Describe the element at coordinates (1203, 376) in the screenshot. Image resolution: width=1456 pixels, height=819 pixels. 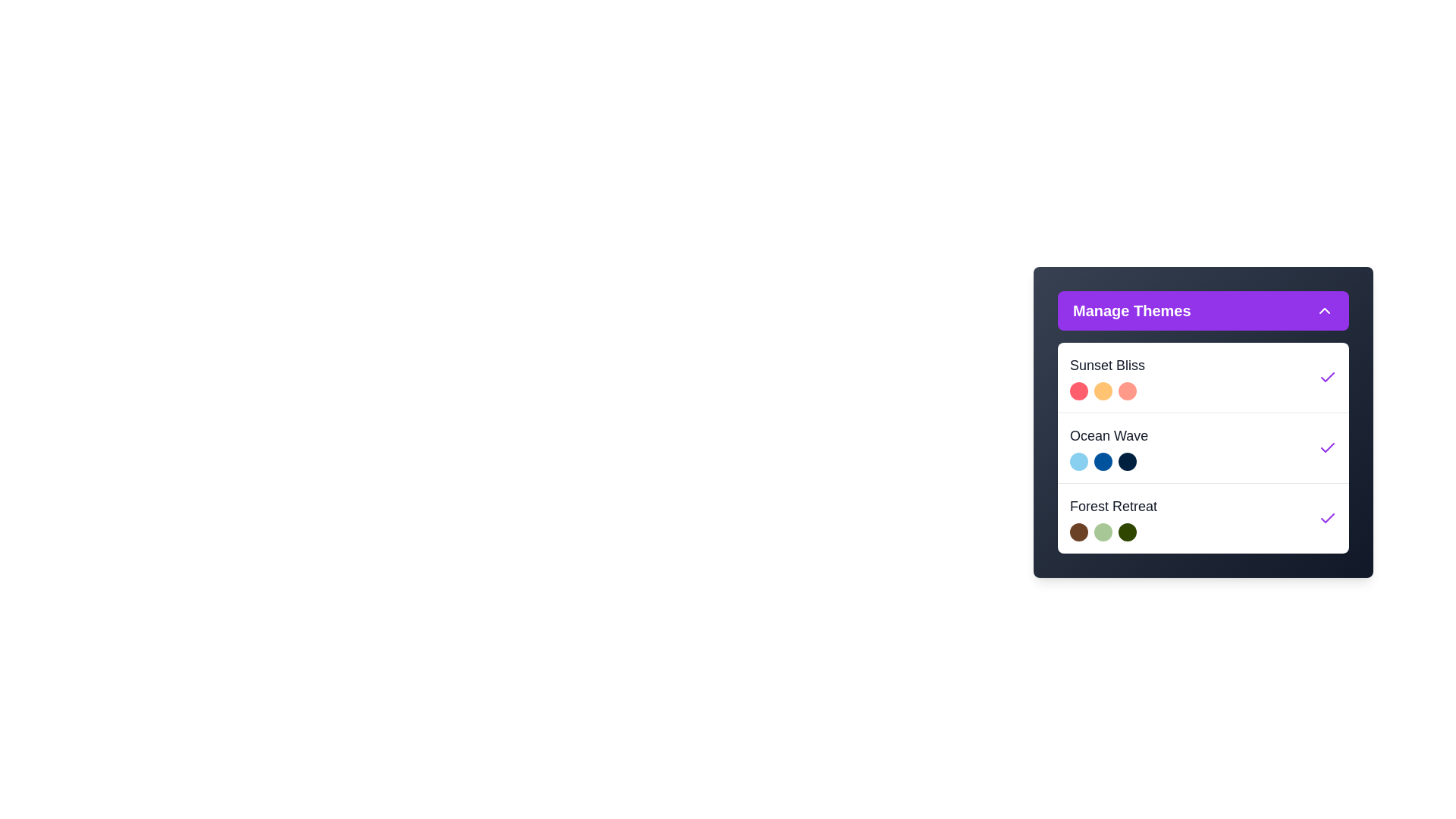
I see `the theme Sunset Bliss to highlight it` at that location.